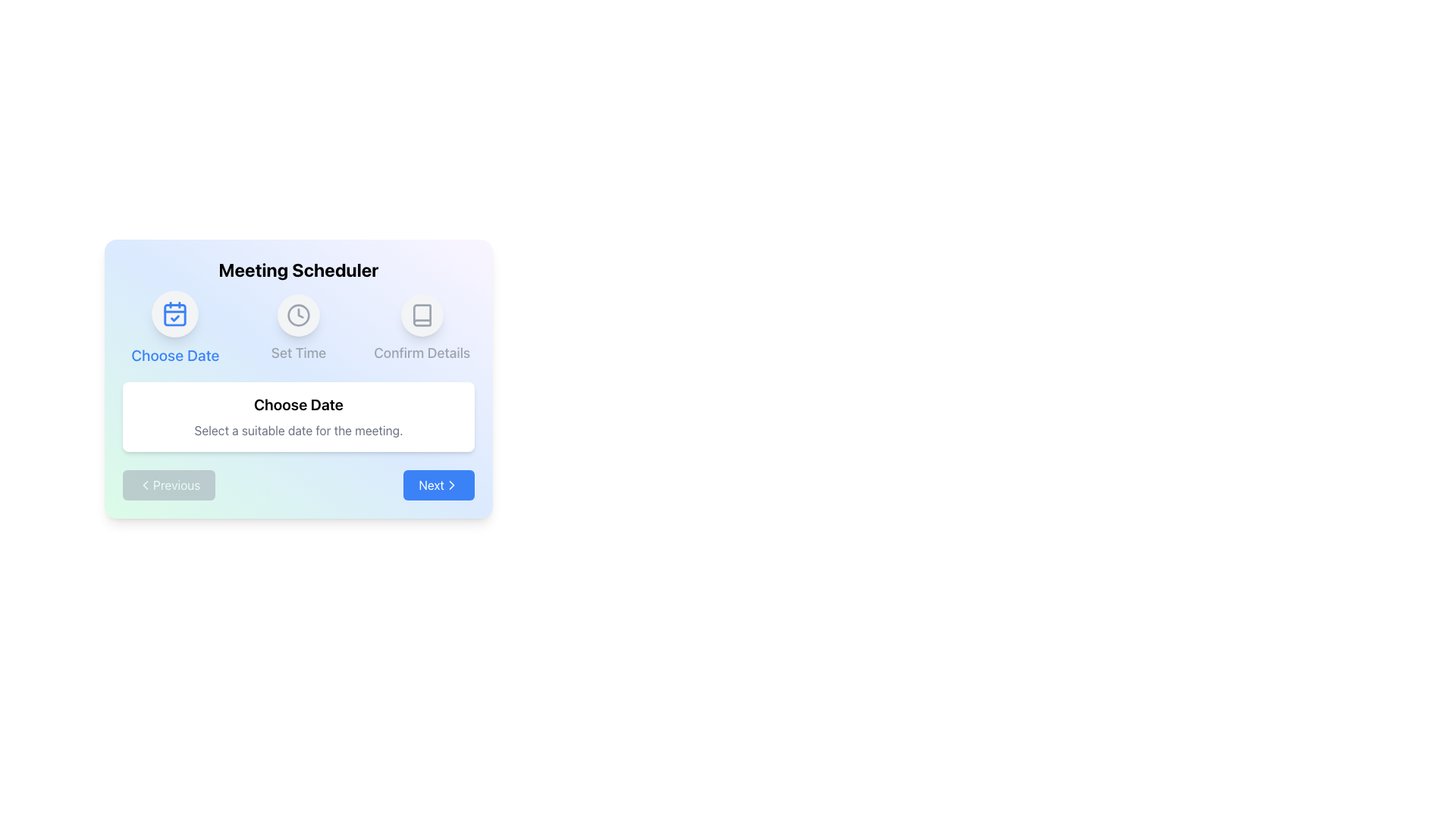  What do you see at coordinates (422, 328) in the screenshot?
I see `the confirmation icon with text label in the Meeting Scheduler section, which is the last item in the three-item grid` at bounding box center [422, 328].